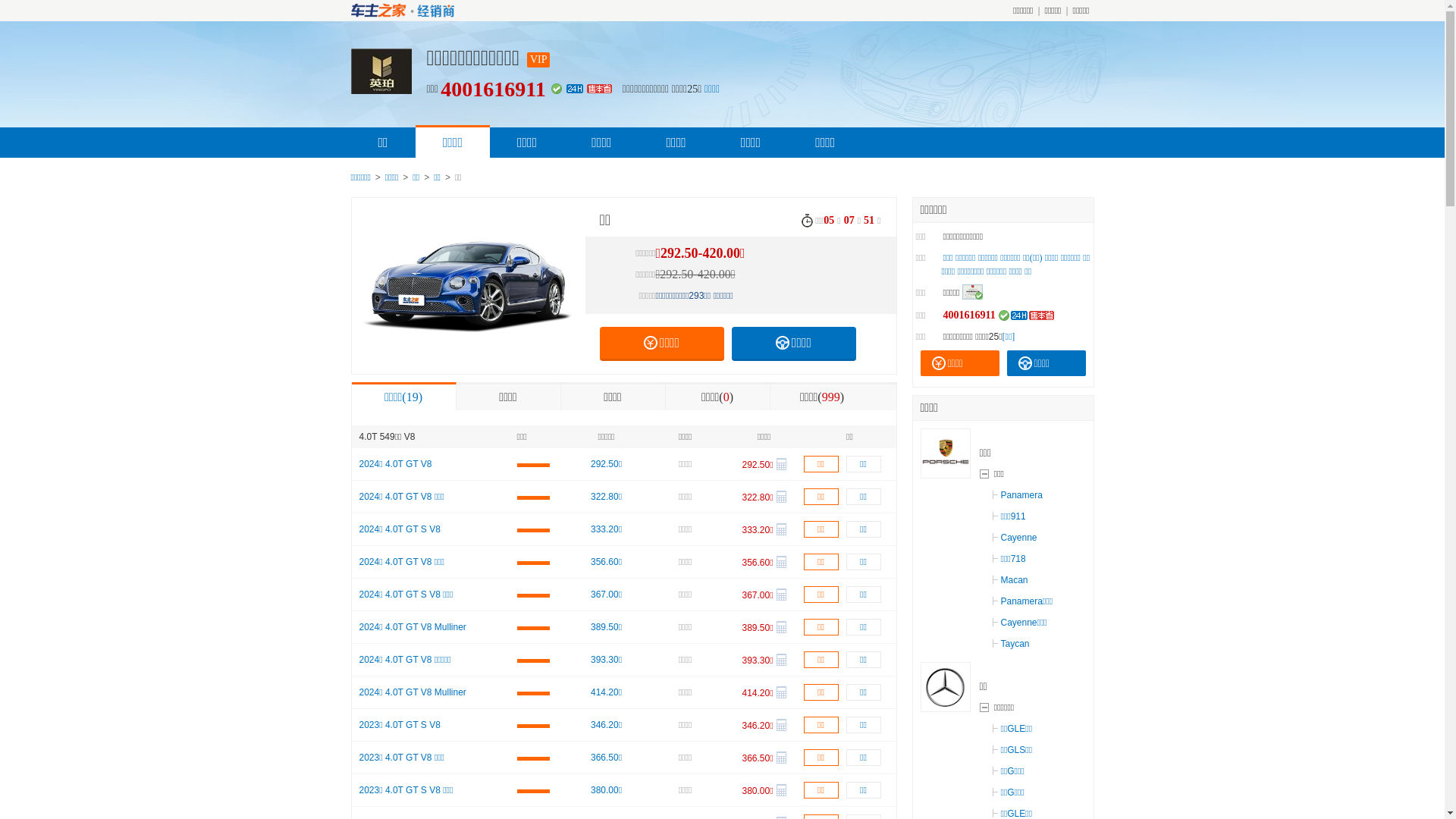  I want to click on 'Taycan', so click(1011, 643).